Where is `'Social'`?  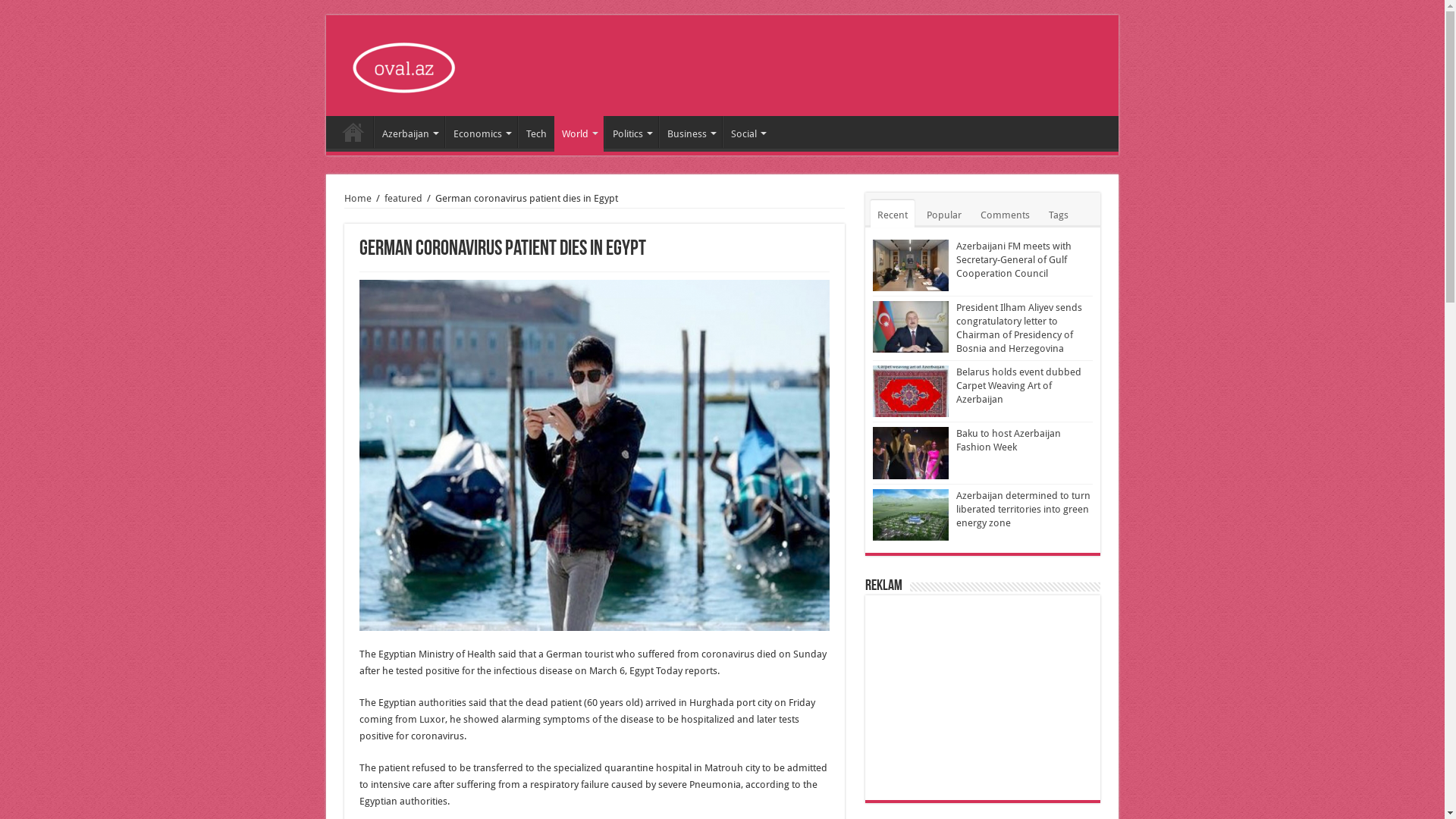
'Social' is located at coordinates (747, 130).